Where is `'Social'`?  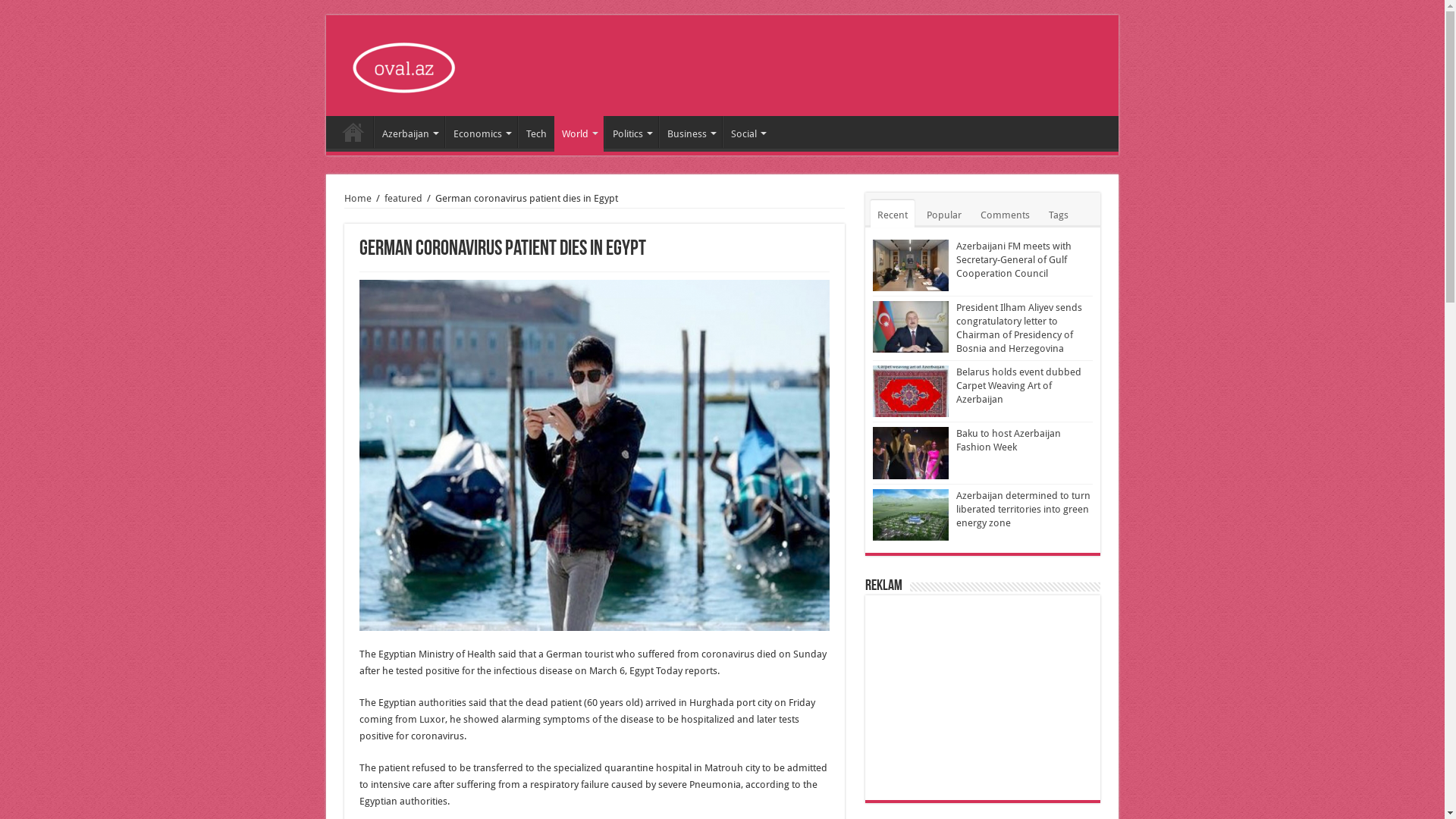
'Social' is located at coordinates (747, 130).